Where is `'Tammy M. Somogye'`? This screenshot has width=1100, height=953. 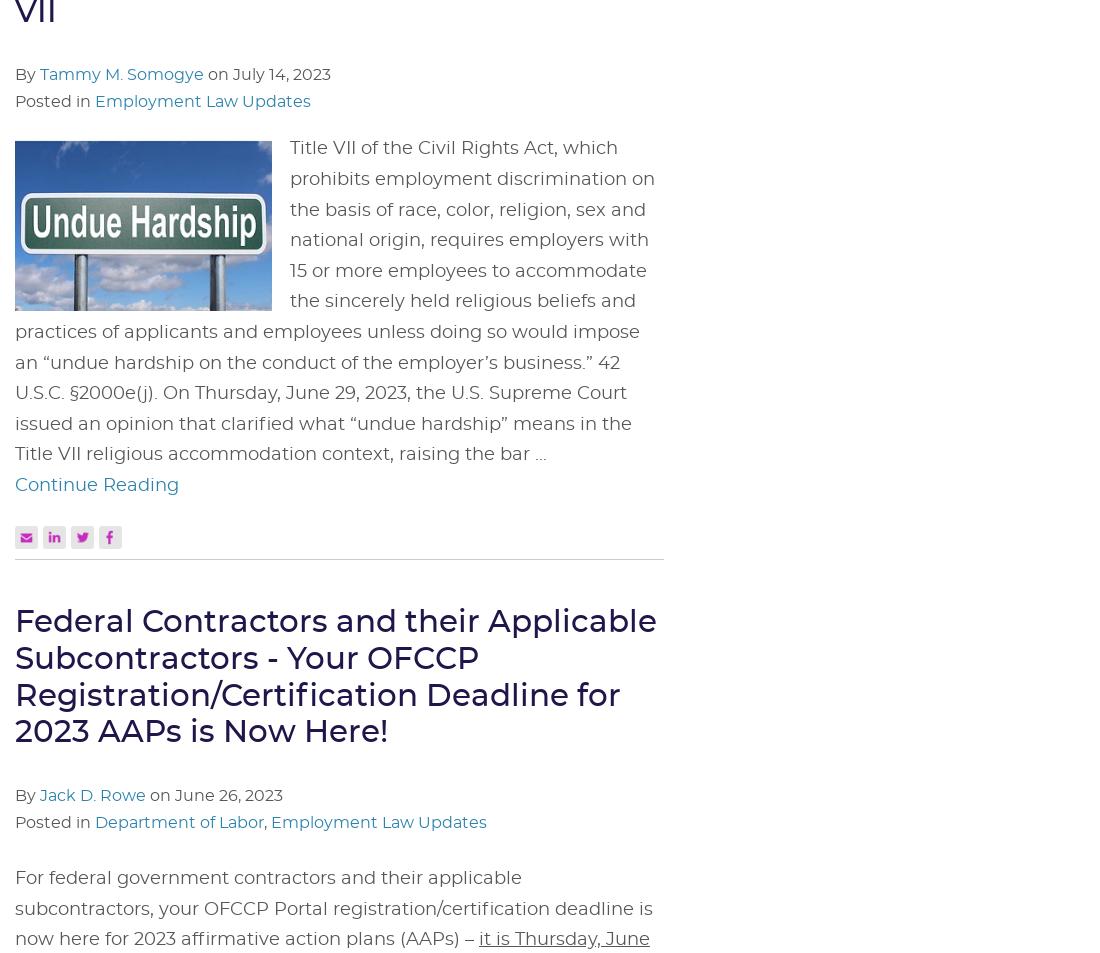 'Tammy M. Somogye' is located at coordinates (121, 74).